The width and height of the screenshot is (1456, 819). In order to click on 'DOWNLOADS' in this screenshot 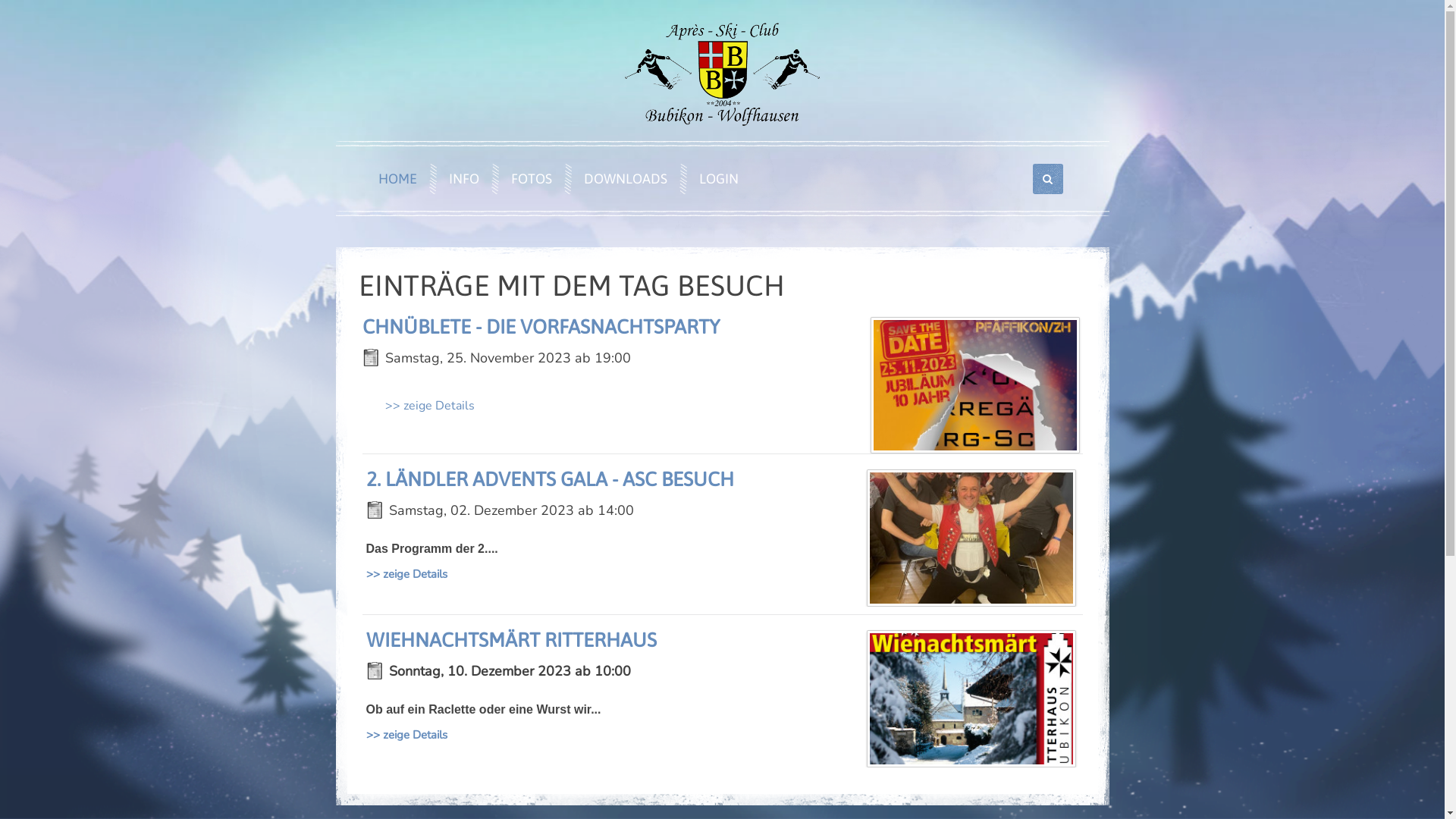, I will do `click(622, 177)`.